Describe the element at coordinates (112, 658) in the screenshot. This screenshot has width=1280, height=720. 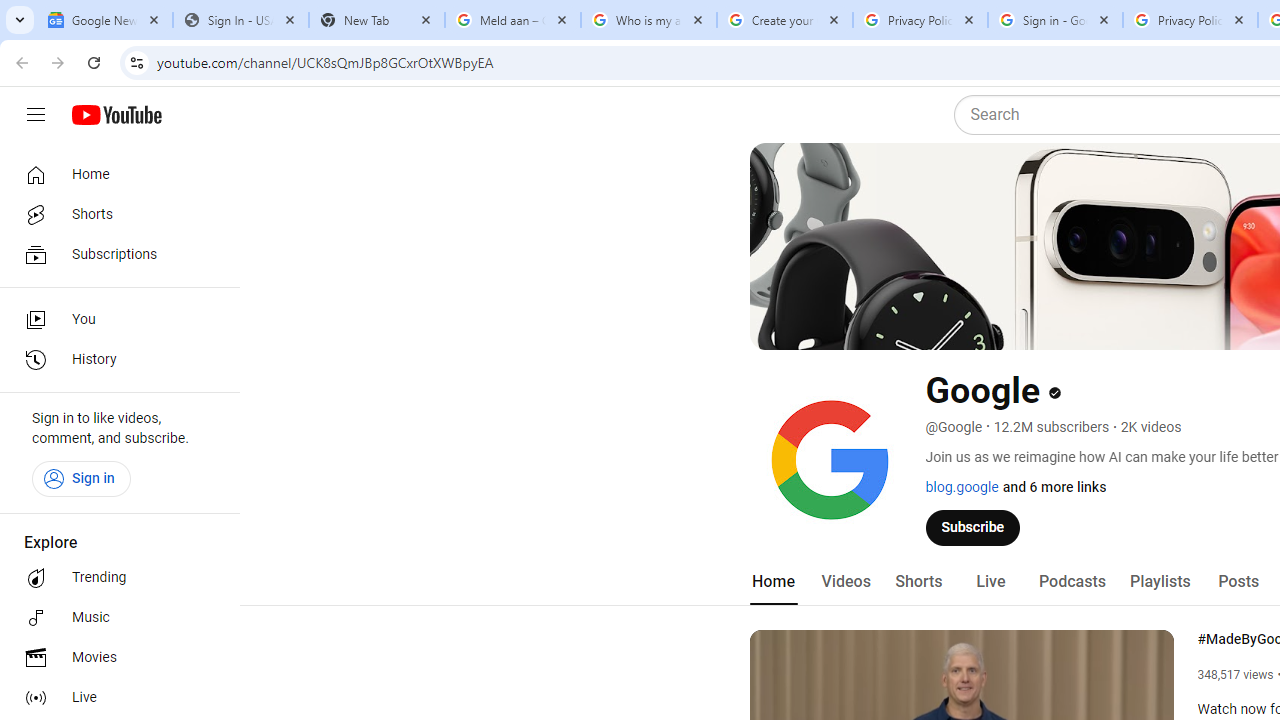
I see `'Movies'` at that location.